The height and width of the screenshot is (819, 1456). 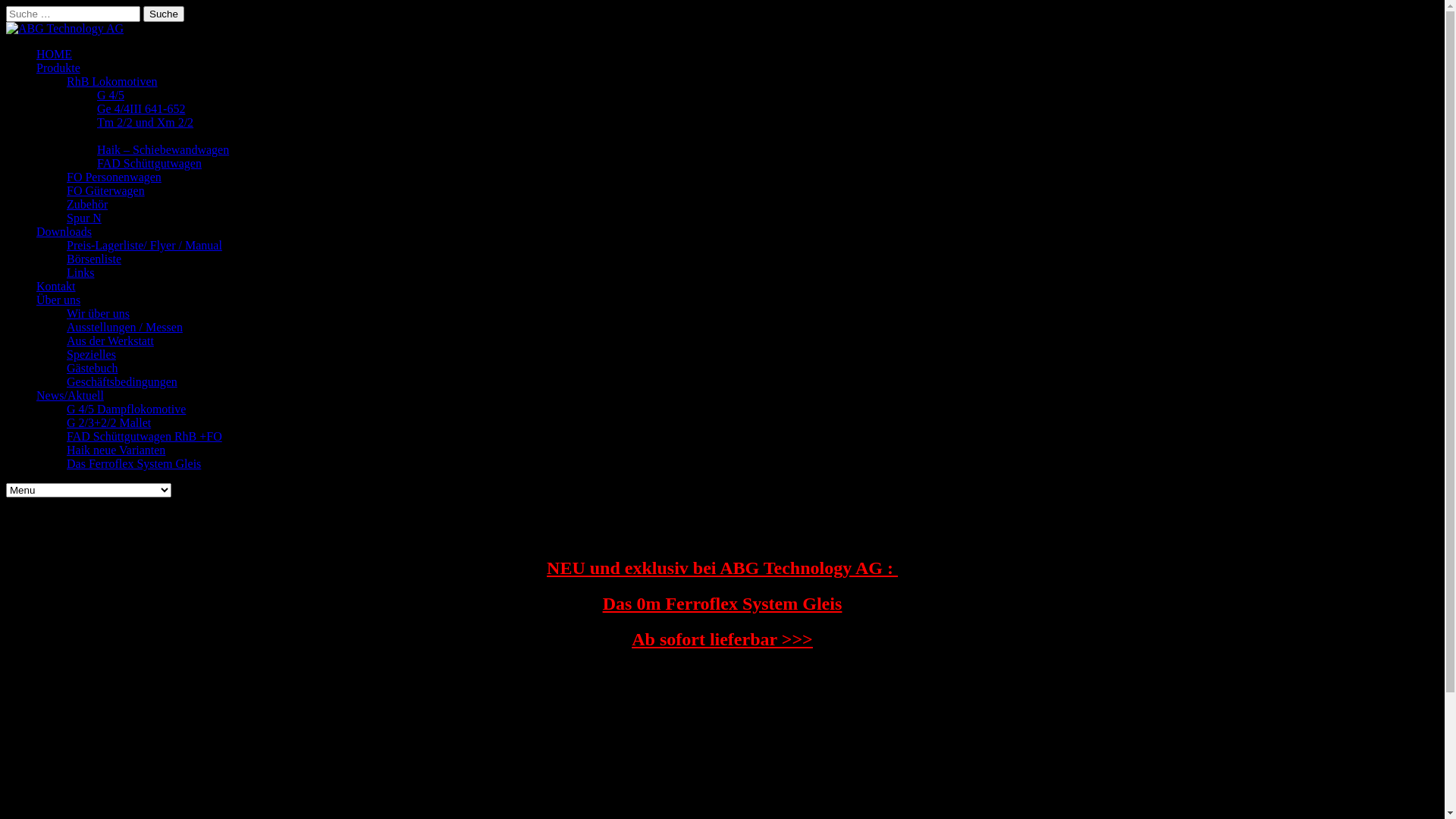 What do you see at coordinates (721, 567) in the screenshot?
I see `'NEU und exklusiv bei ABG Technology AG : '` at bounding box center [721, 567].